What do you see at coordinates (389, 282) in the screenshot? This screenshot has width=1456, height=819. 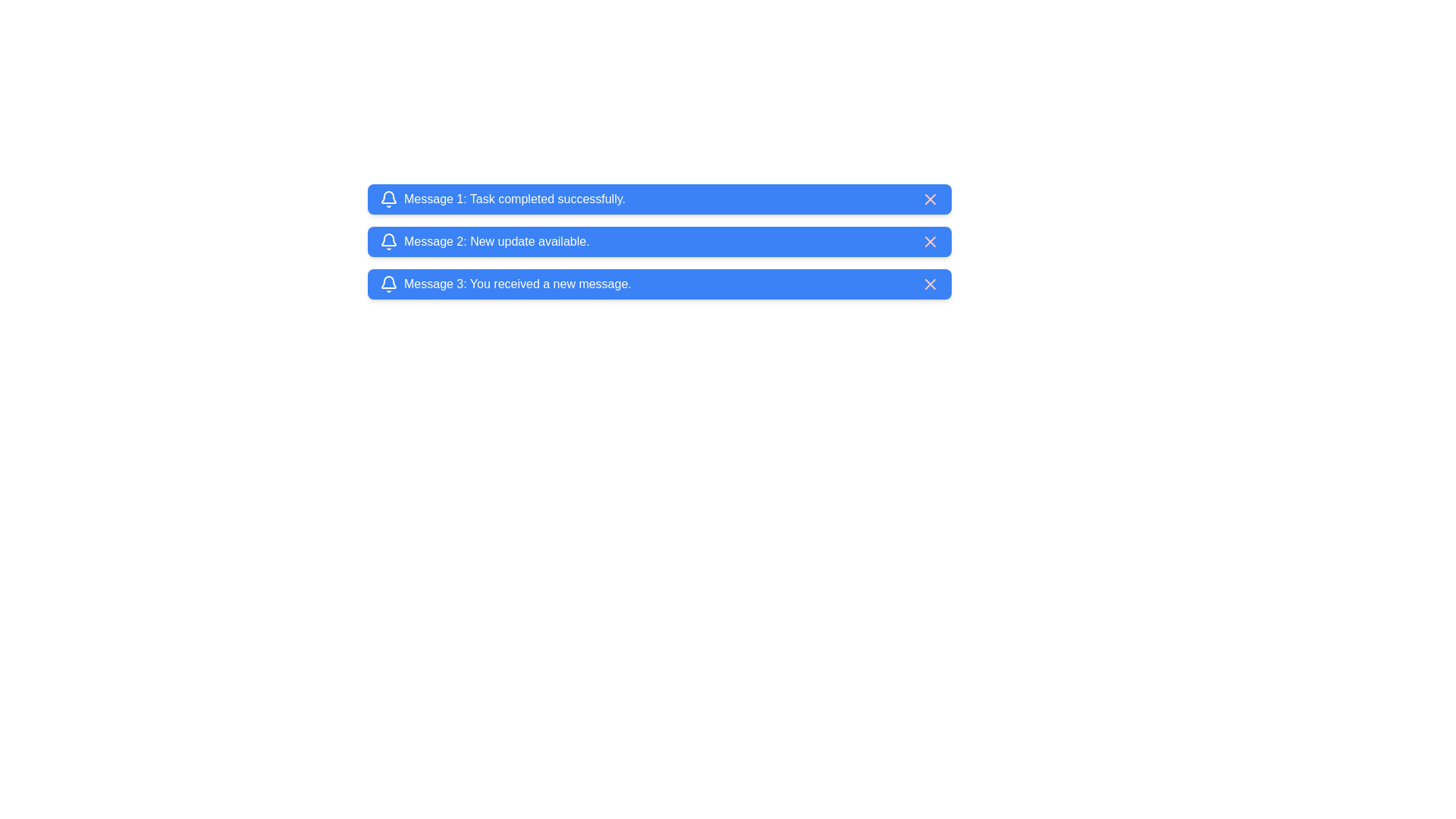 I see `the bell-shaped notification icon located to the left of the message text 'Message 3: You received a new message.' in the last notification message box` at bounding box center [389, 282].